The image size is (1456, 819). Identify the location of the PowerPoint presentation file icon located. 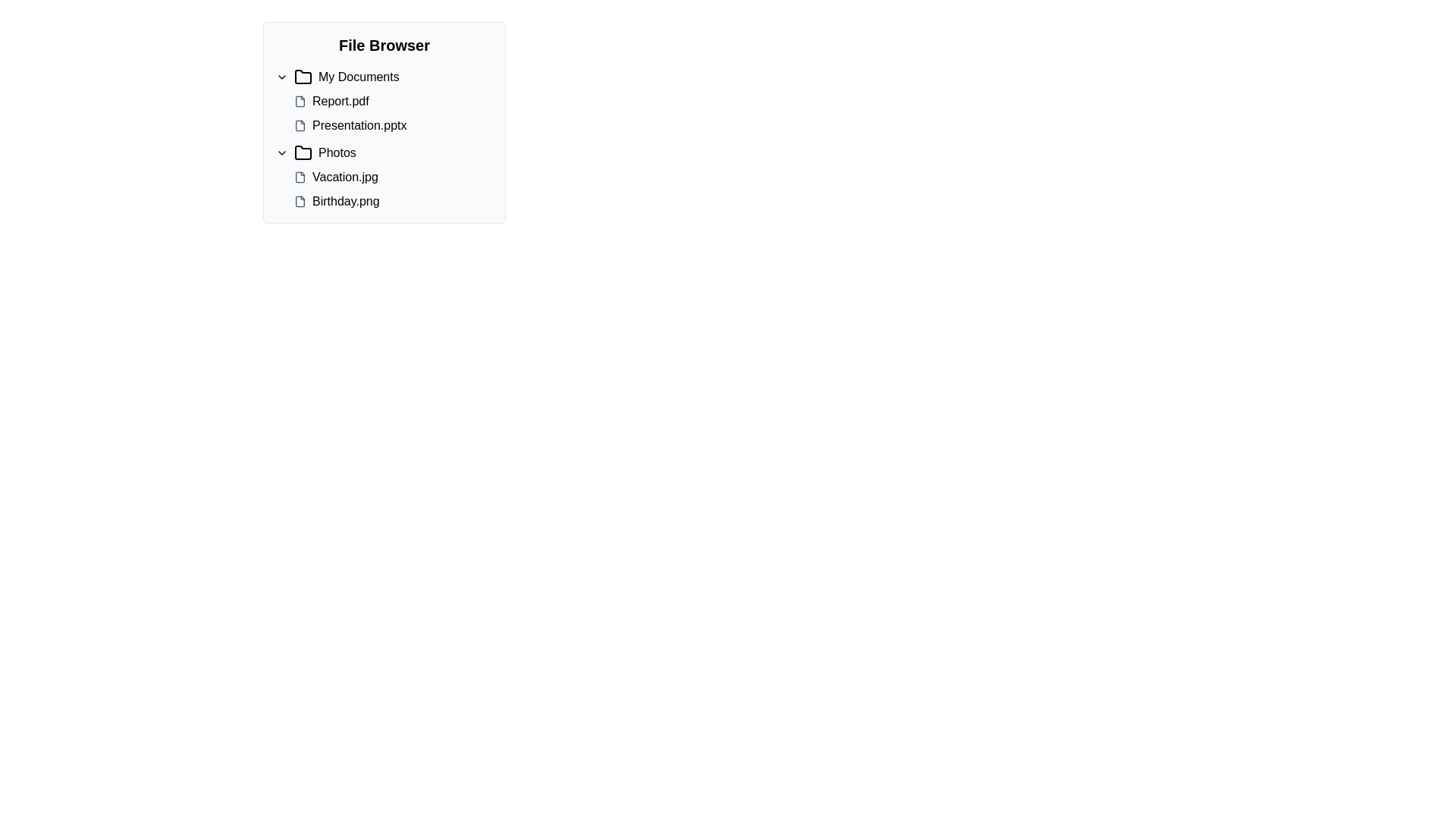
(300, 124).